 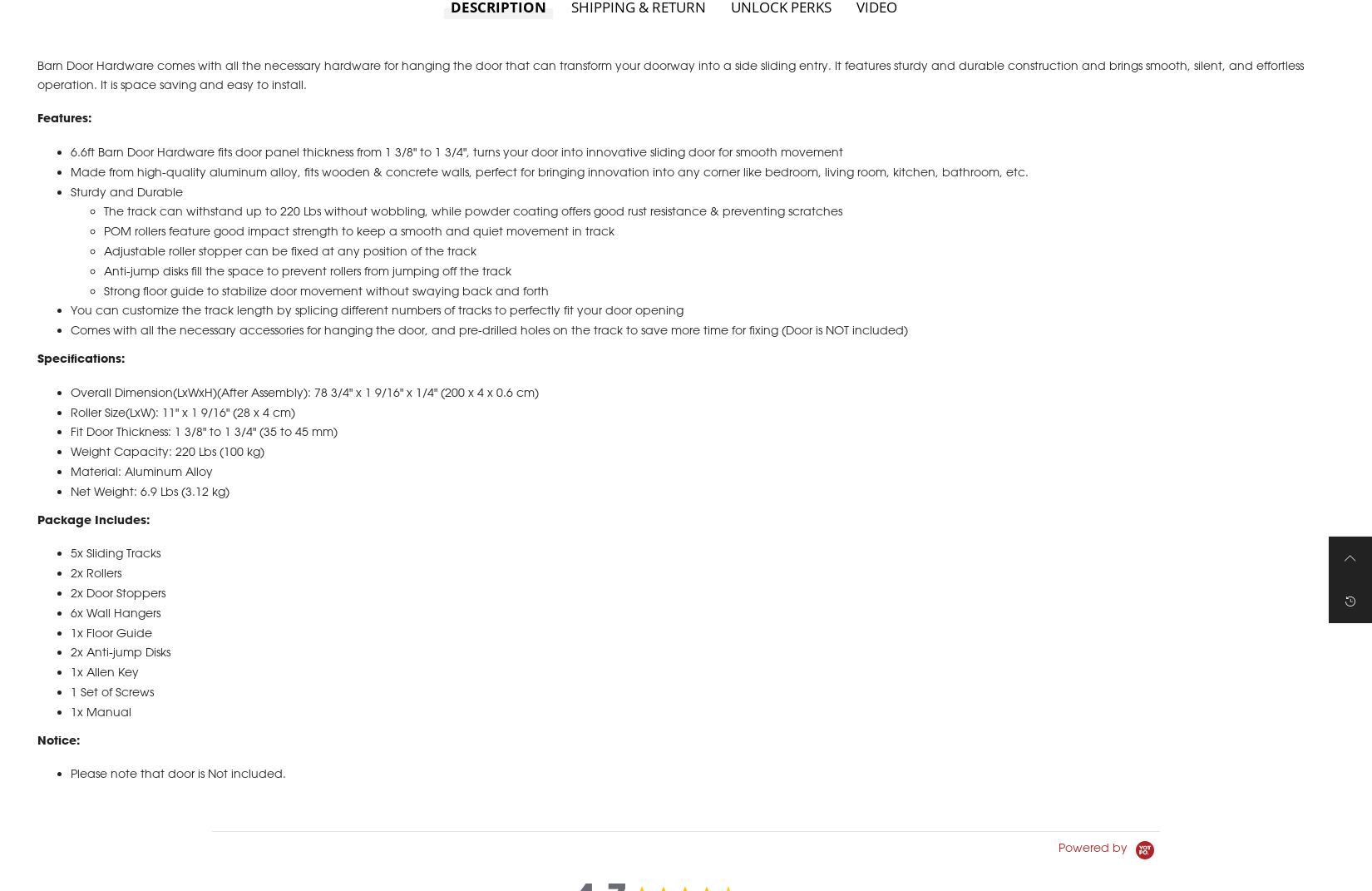 What do you see at coordinates (141, 489) in the screenshot?
I see `'Material: Aluminum Alloy'` at bounding box center [141, 489].